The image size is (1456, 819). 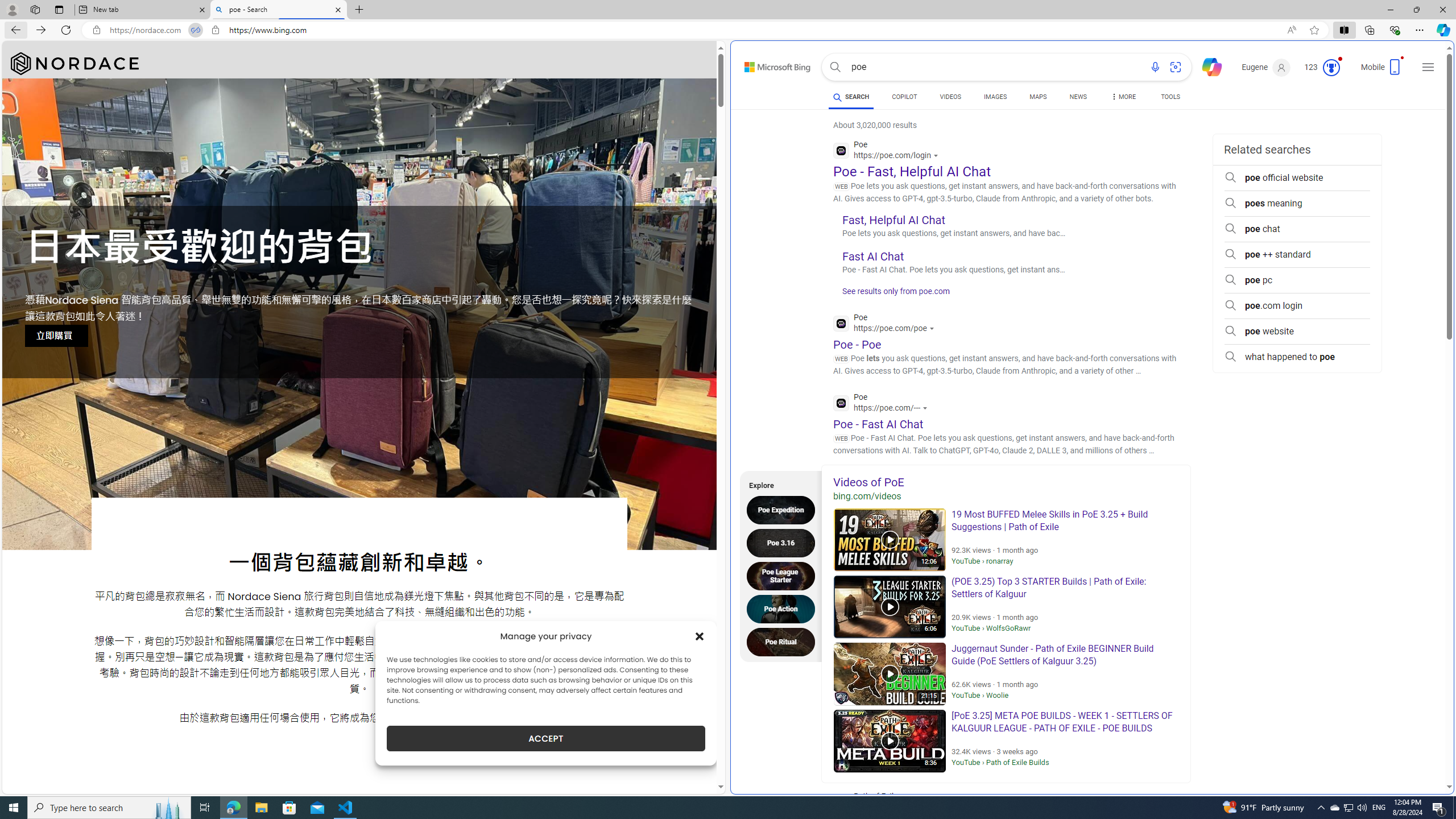 I want to click on 'what happened to poe', so click(x=1296, y=357).